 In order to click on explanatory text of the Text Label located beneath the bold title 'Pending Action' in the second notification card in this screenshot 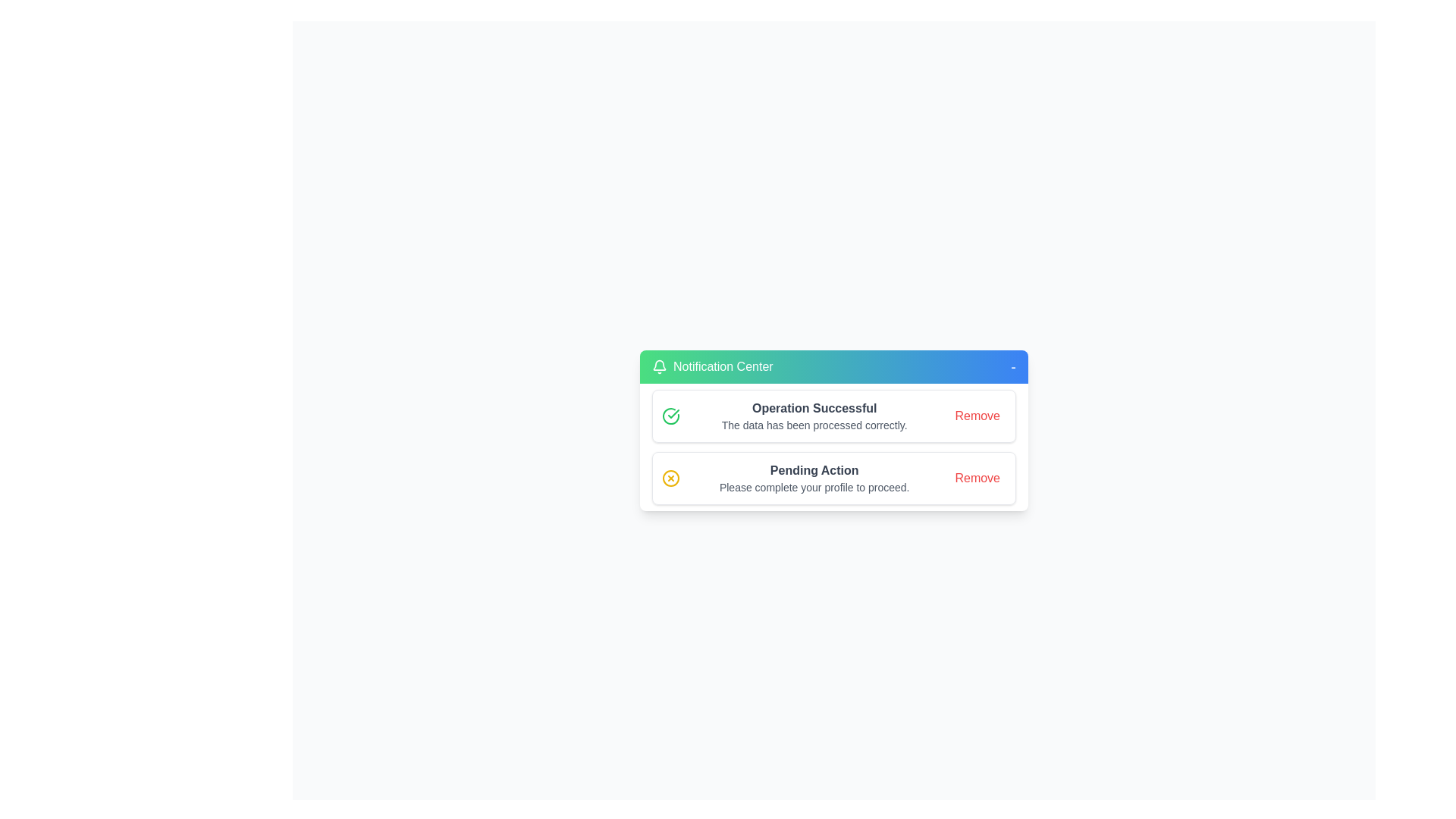, I will do `click(814, 488)`.